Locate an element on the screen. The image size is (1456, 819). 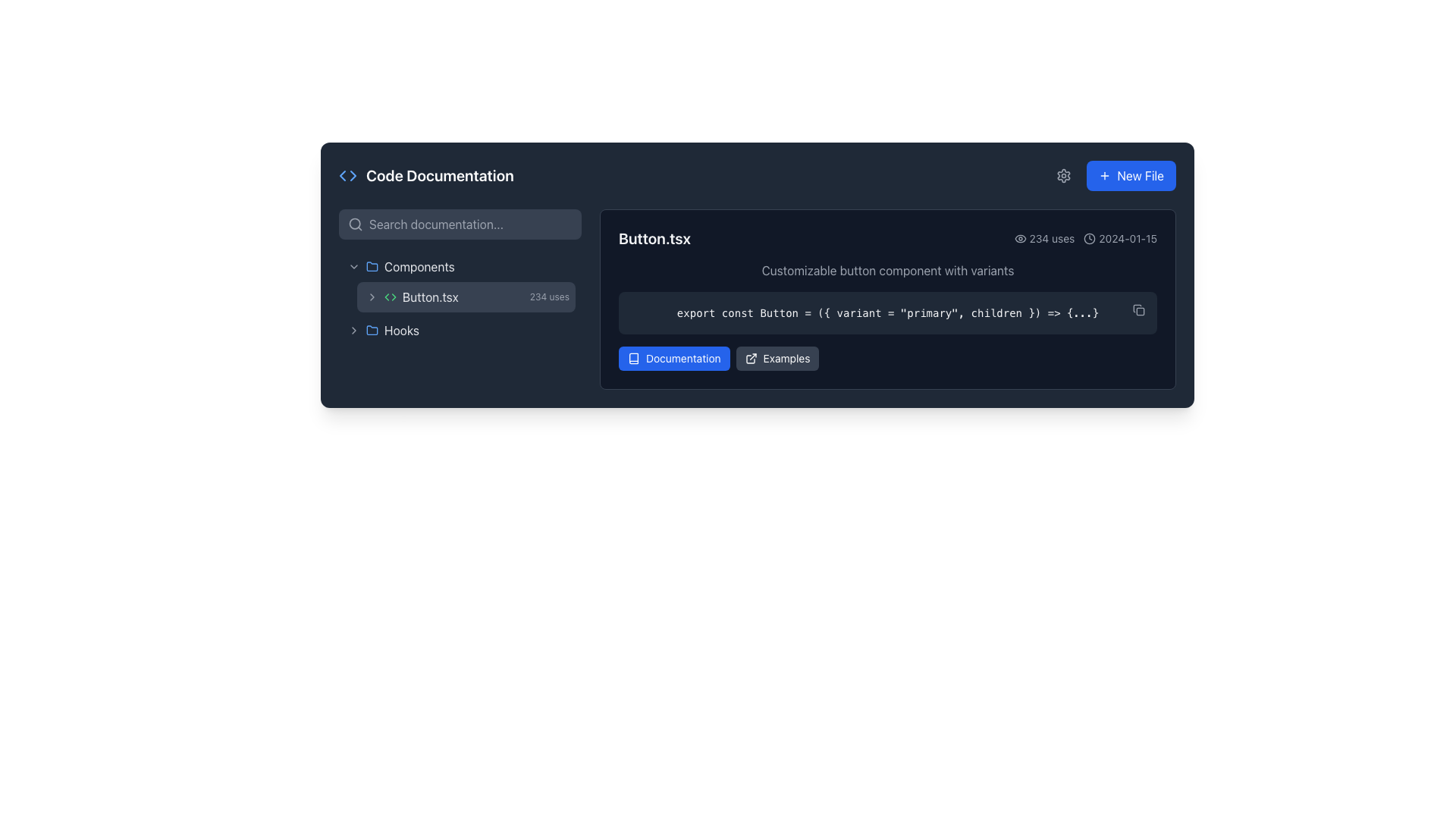
date information displayed on the label with the clock icon, which shows '2024-01-15' in the top-right portion of the panel next to the usage metric is located at coordinates (1120, 239).